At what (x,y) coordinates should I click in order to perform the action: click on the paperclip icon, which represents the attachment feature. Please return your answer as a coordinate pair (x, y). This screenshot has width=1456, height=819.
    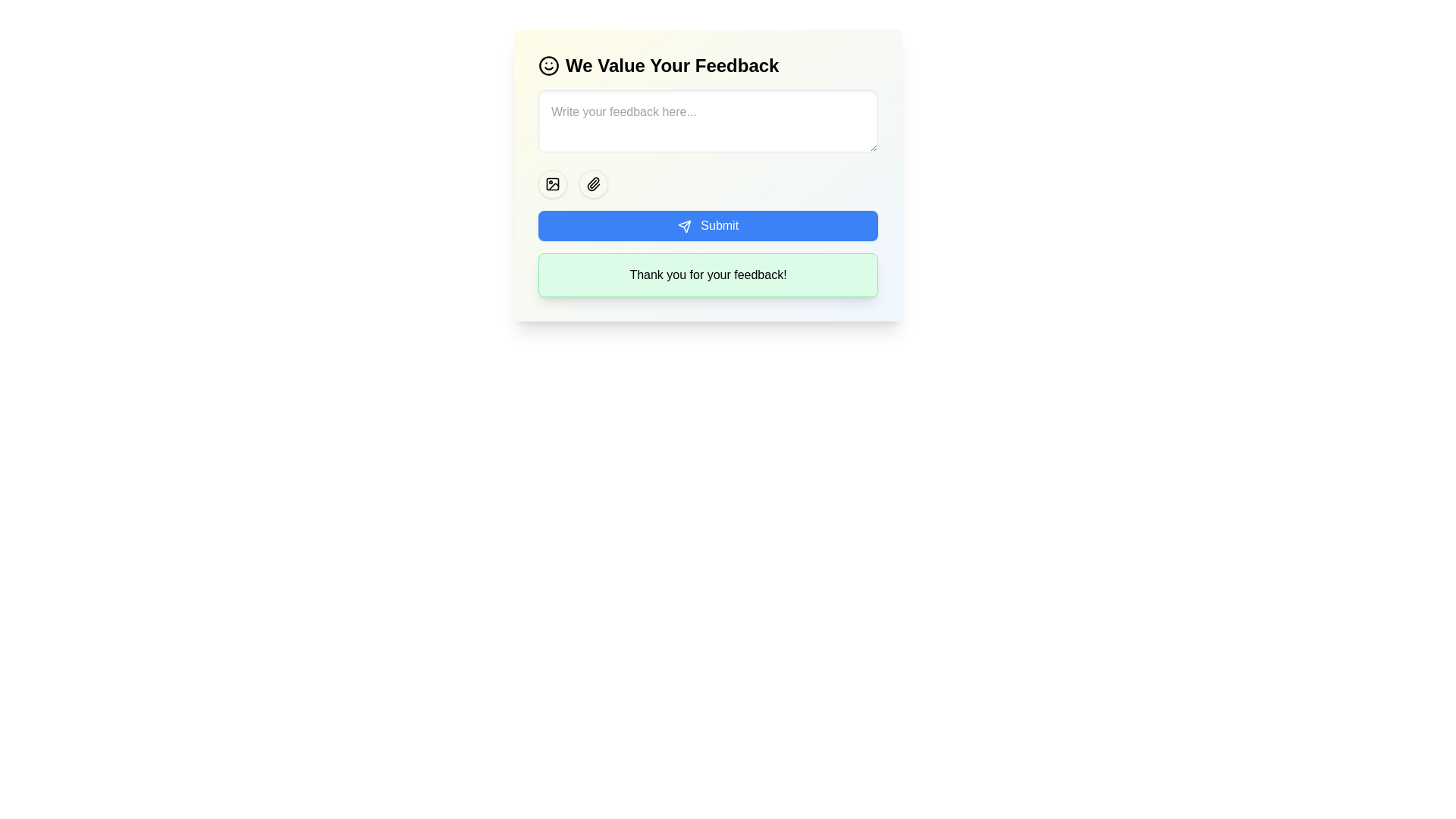
    Looking at the image, I should click on (592, 184).